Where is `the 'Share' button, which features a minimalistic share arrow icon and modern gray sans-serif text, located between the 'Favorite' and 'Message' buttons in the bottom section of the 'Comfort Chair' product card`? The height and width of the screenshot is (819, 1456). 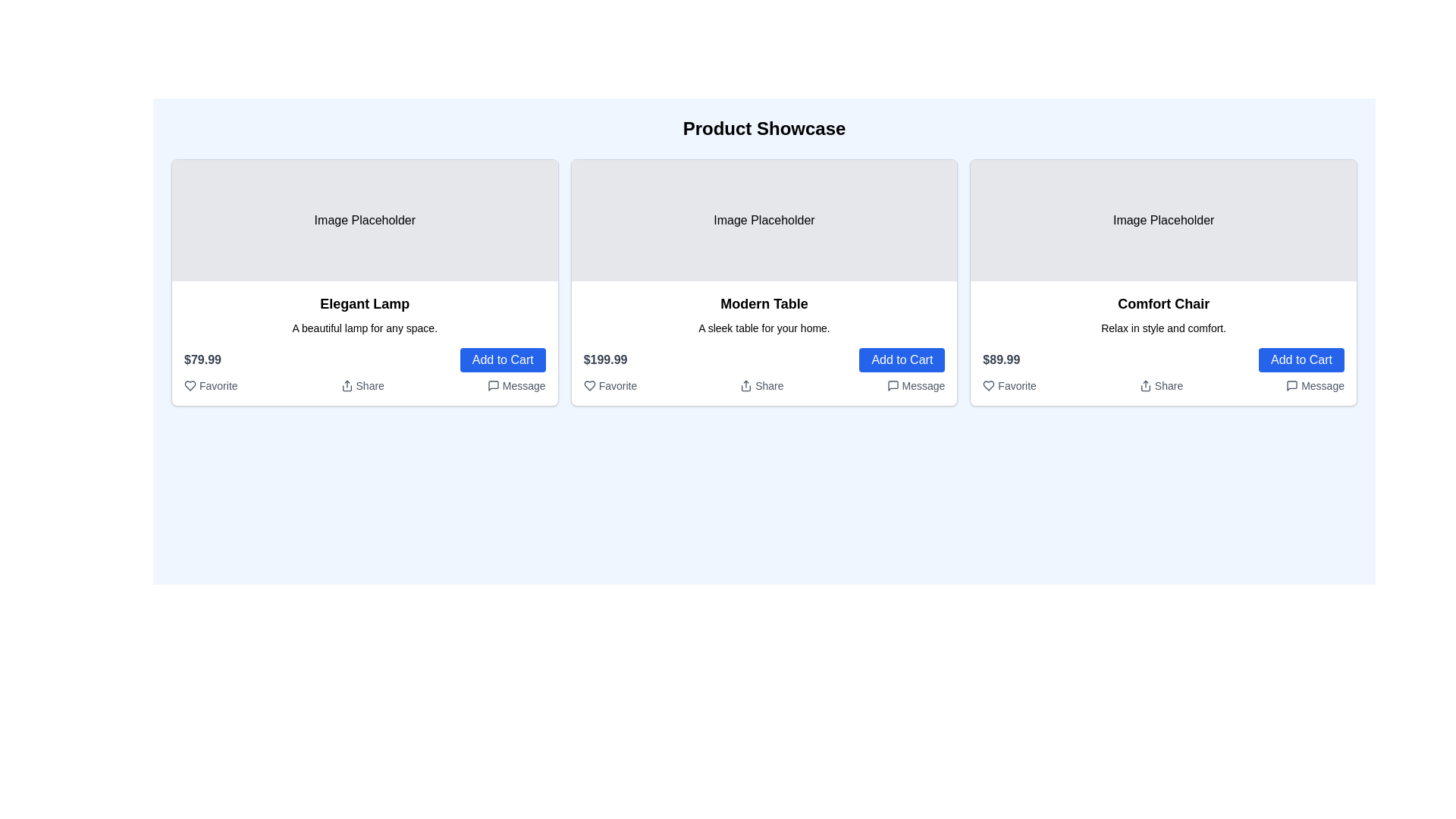
the 'Share' button, which features a minimalistic share arrow icon and modern gray sans-serif text, located between the 'Favorite' and 'Message' buttons in the bottom section of the 'Comfort Chair' product card is located at coordinates (1160, 385).